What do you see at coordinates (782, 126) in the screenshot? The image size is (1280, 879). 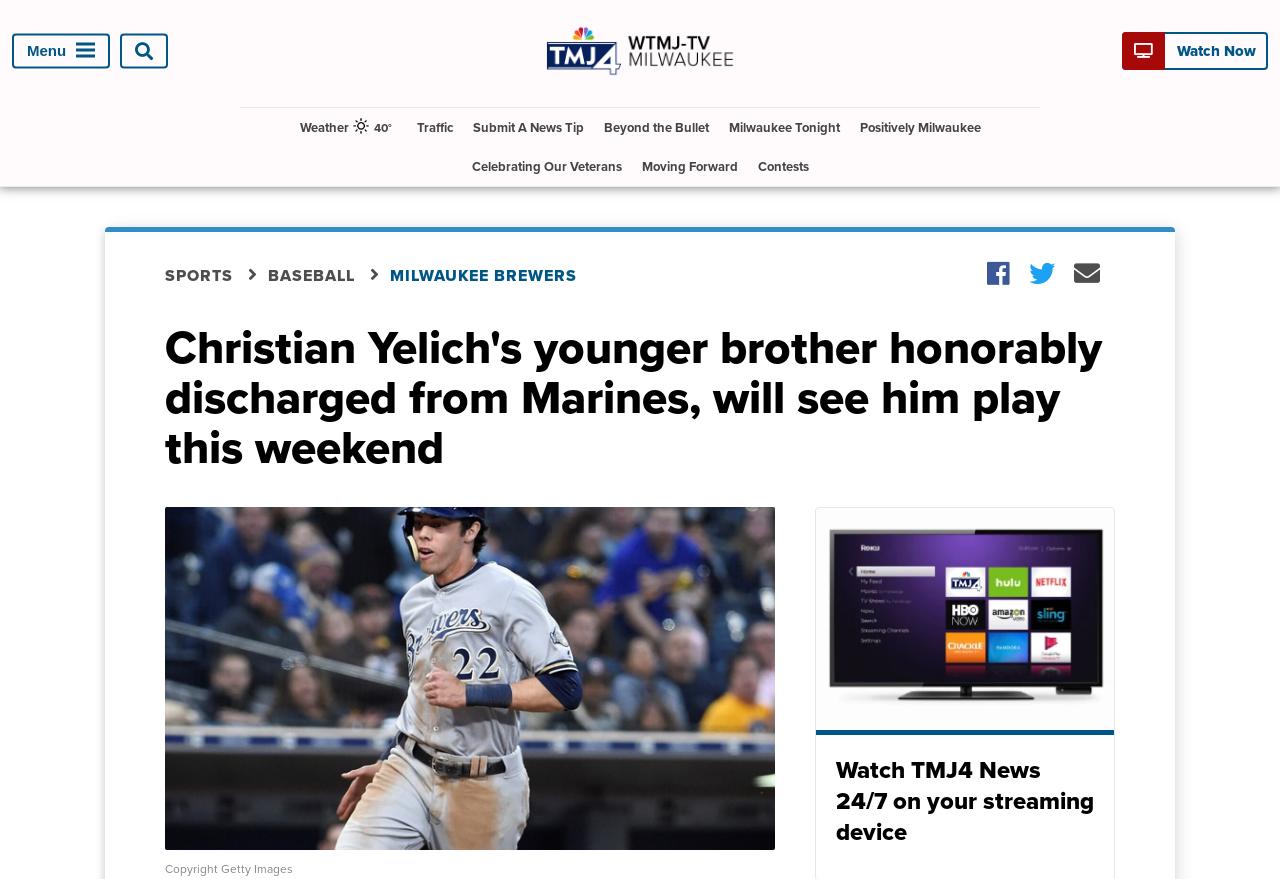 I see `'Milwaukee Tonight'` at bounding box center [782, 126].